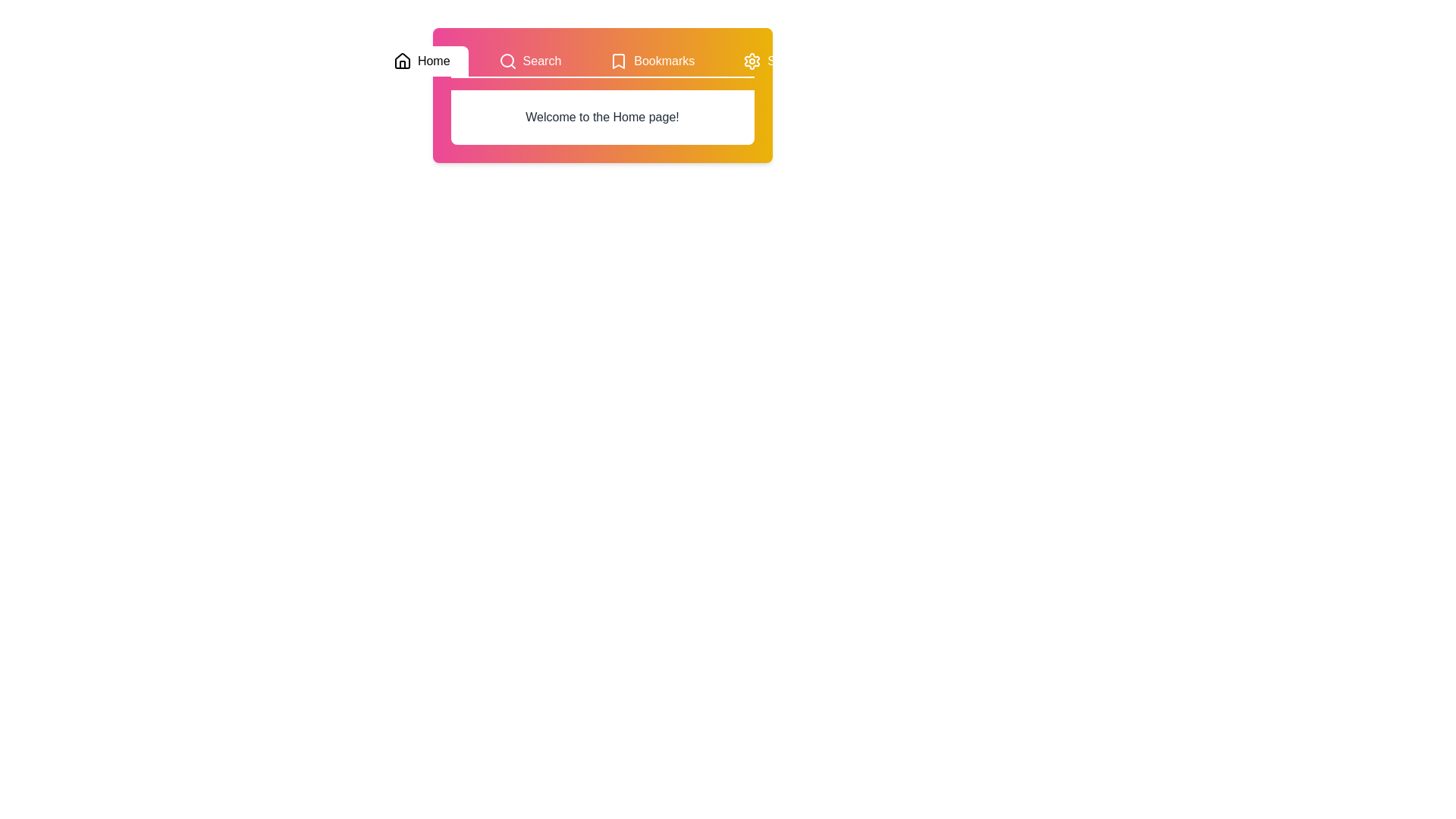 This screenshot has height=819, width=1456. I want to click on the Search tab to switch views, so click(529, 61).